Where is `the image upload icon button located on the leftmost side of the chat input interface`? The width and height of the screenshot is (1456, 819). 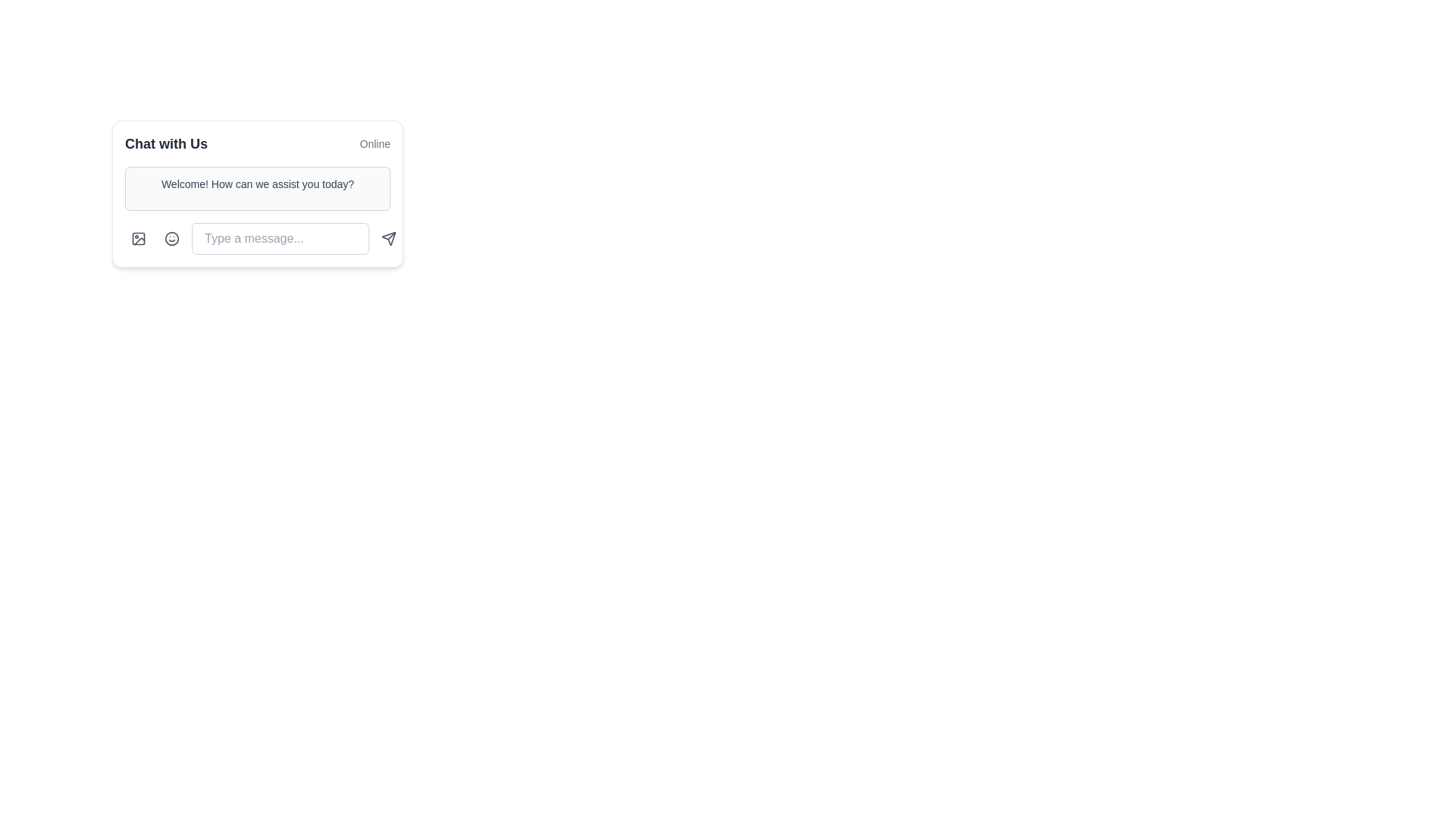 the image upload icon button located on the leftmost side of the chat input interface is located at coordinates (138, 239).